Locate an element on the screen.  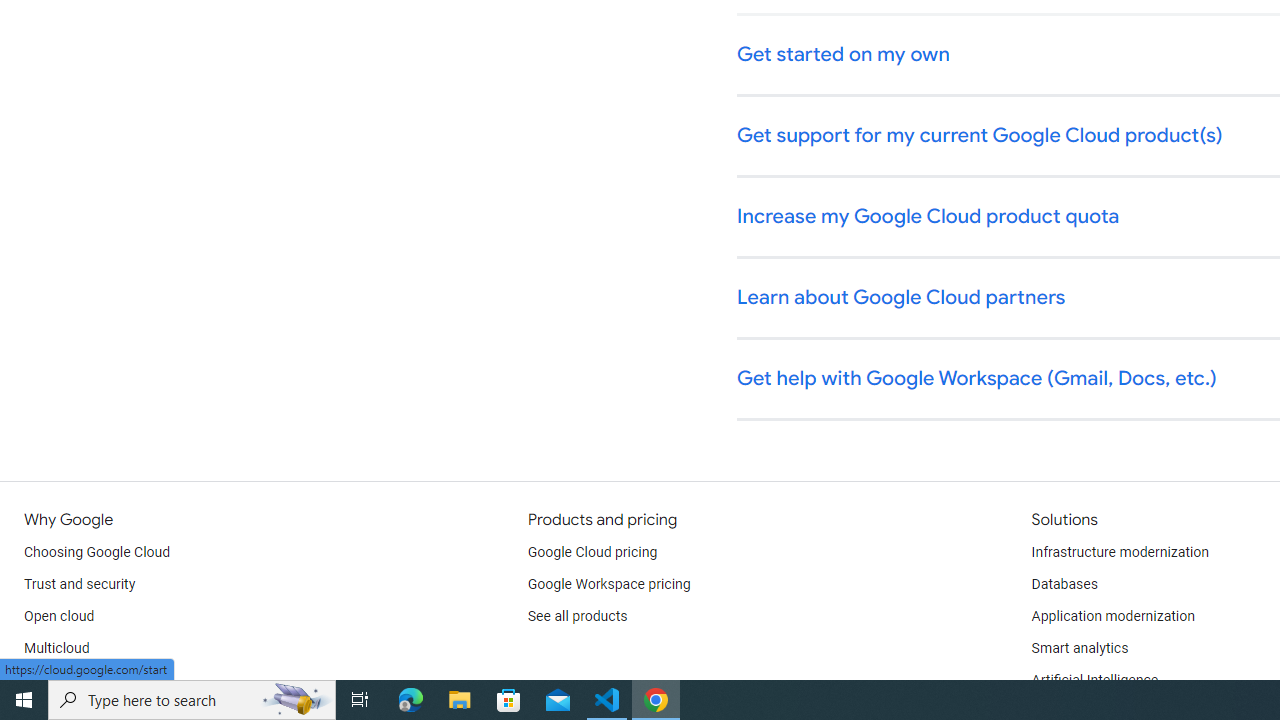
'Choosing Google Cloud' is located at coordinates (96, 552).